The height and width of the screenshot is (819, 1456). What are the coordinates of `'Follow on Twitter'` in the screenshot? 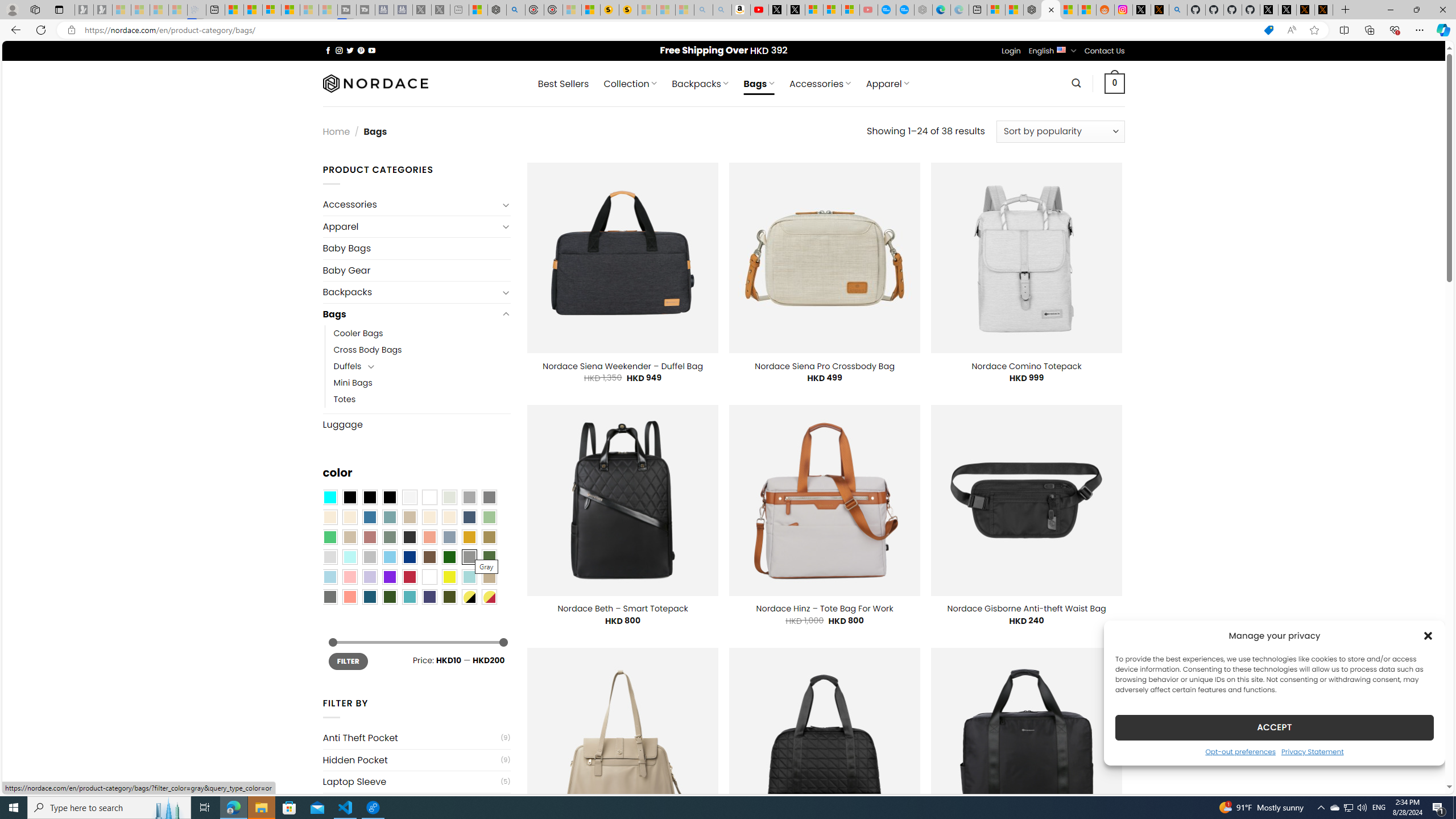 It's located at (350, 50).